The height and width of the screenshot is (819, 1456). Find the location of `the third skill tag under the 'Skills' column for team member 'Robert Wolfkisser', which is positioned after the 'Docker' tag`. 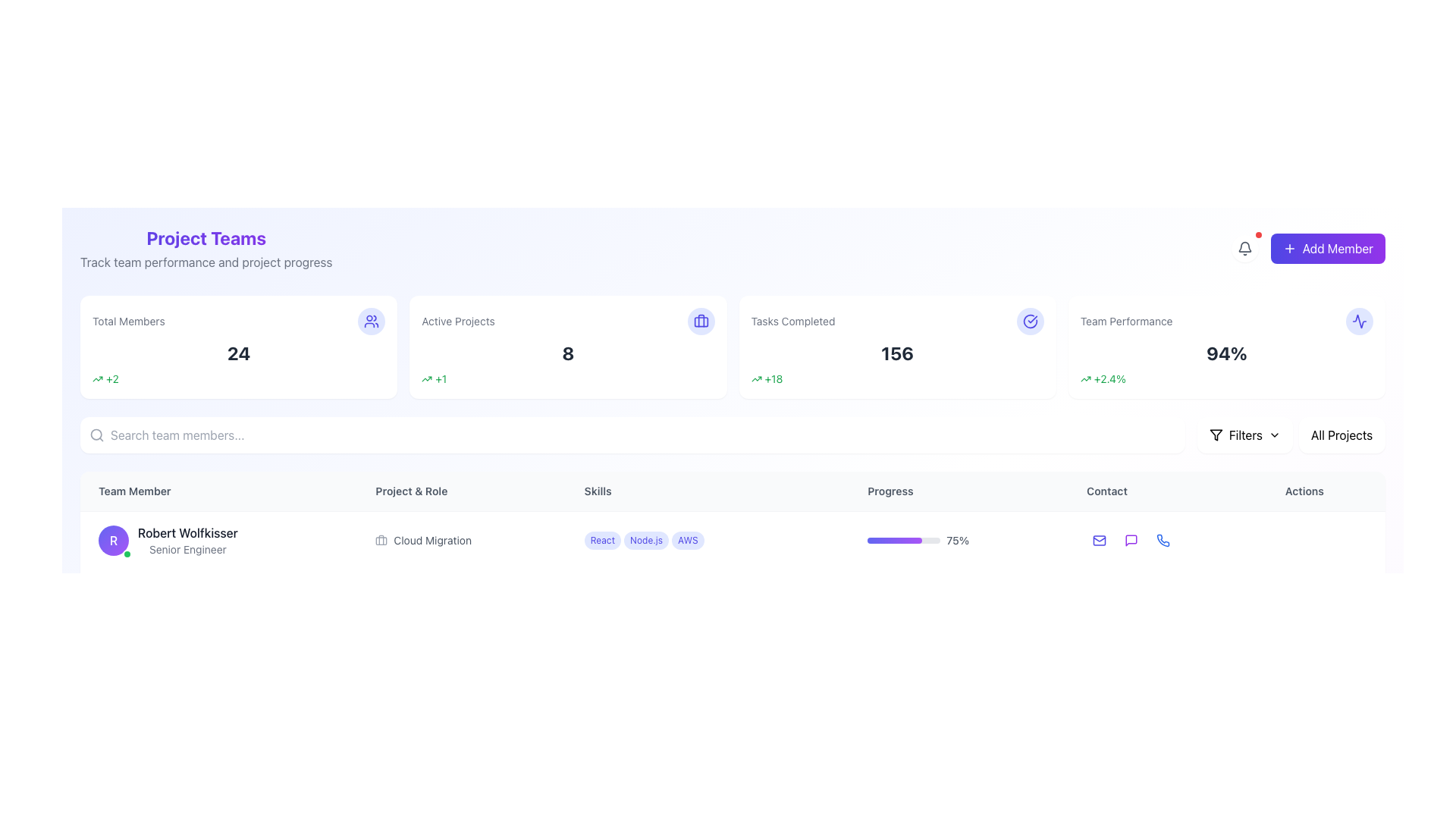

the third skill tag under the 'Skills' column for team member 'Robert Wolfkisser', which is positioned after the 'Docker' tag is located at coordinates (689, 598).